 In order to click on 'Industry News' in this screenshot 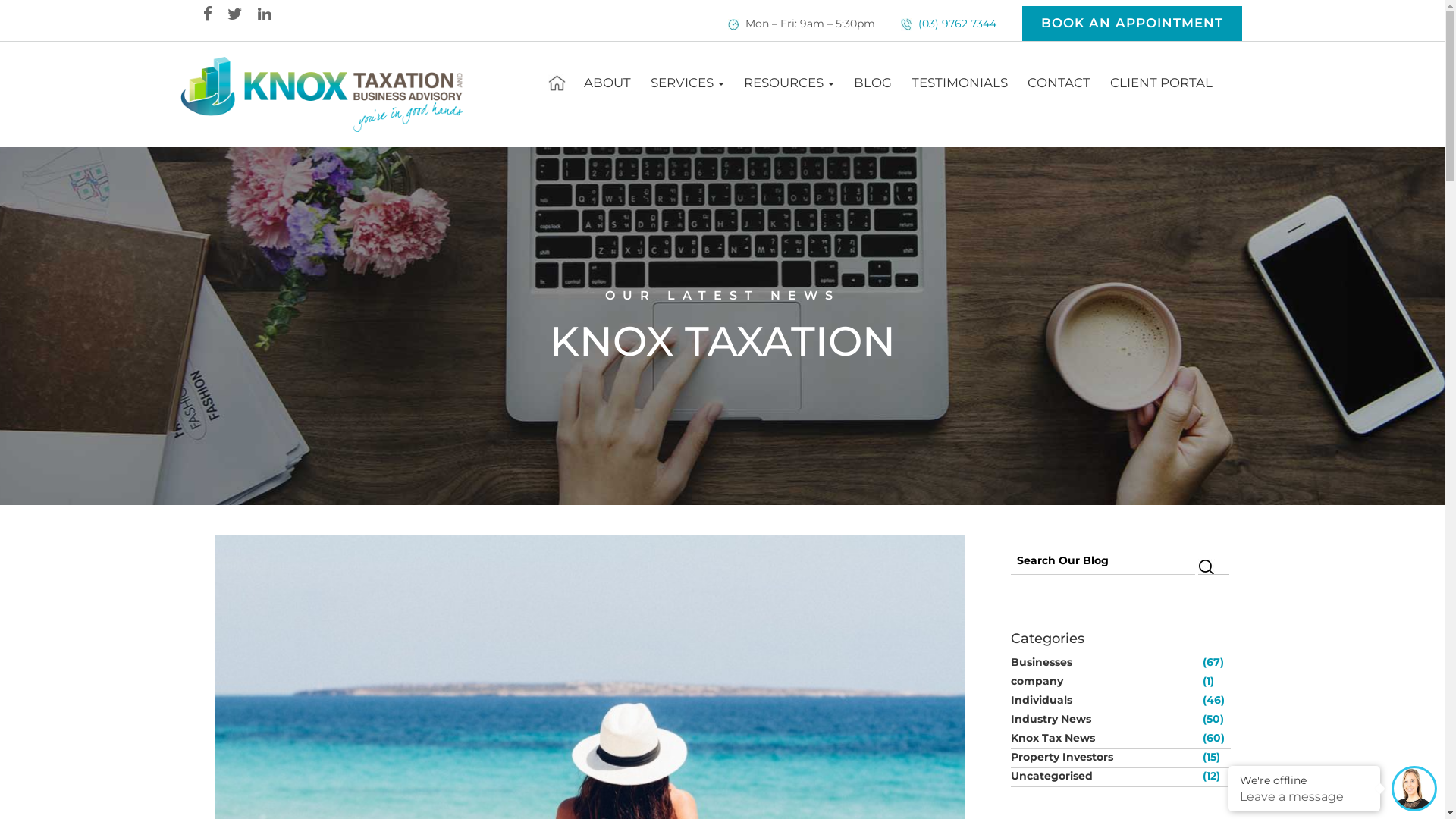, I will do `click(1009, 718)`.